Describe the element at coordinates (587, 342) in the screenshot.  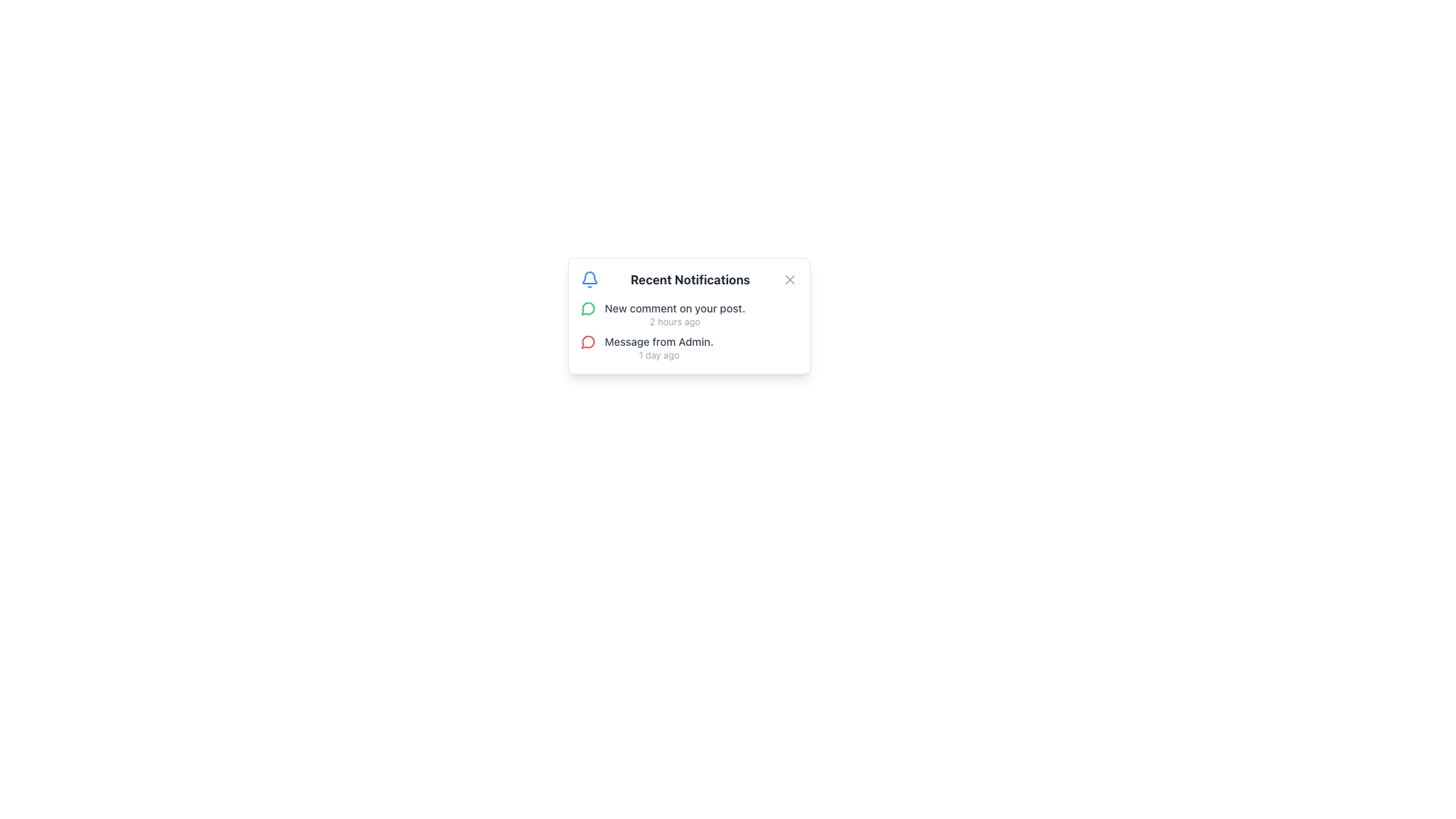
I see `the decorative icon for the 'Message from Admin.' notification located under the headline 'Recent Notifications.'` at that location.